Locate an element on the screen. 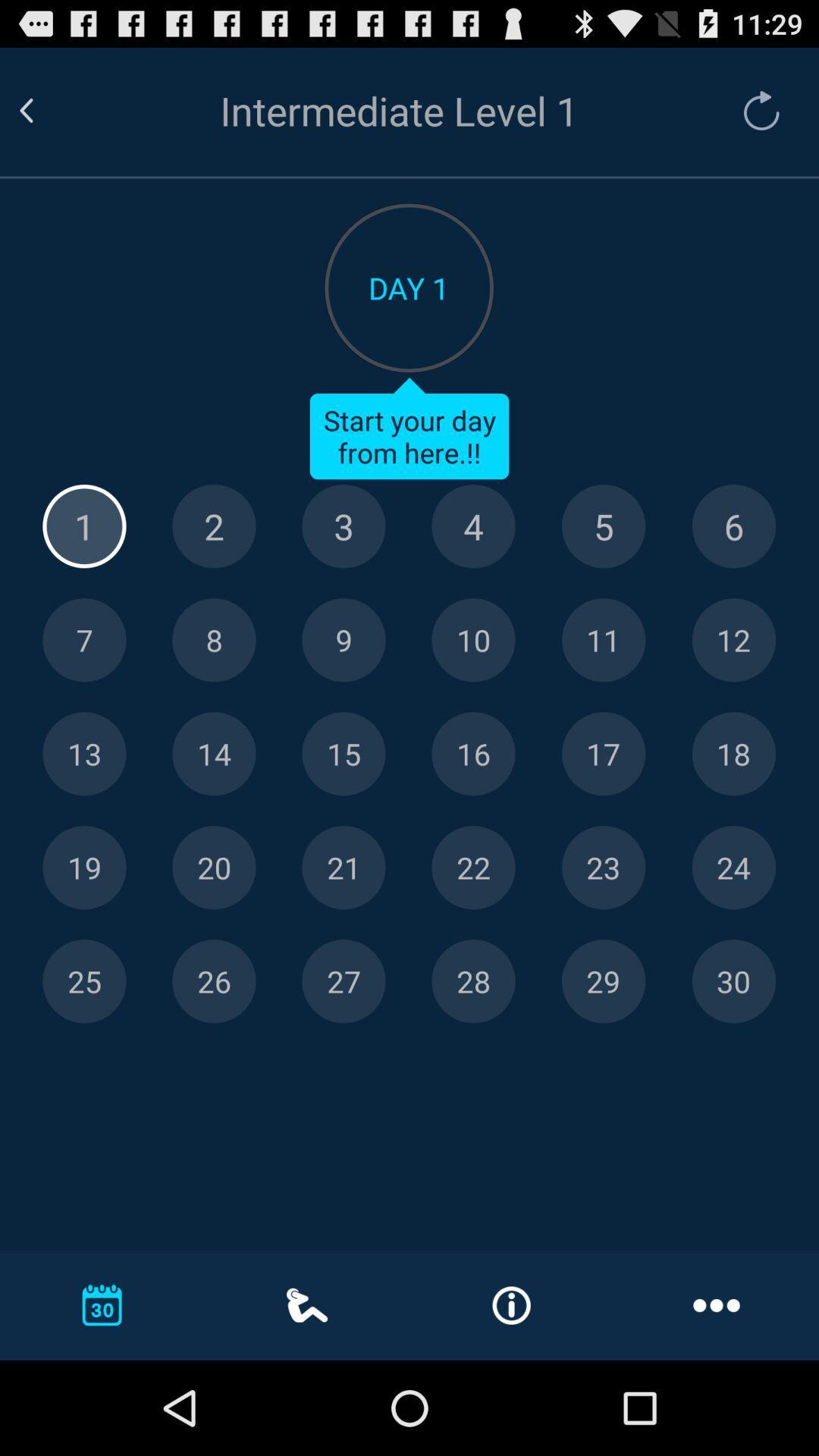  day 3 is located at coordinates (344, 526).